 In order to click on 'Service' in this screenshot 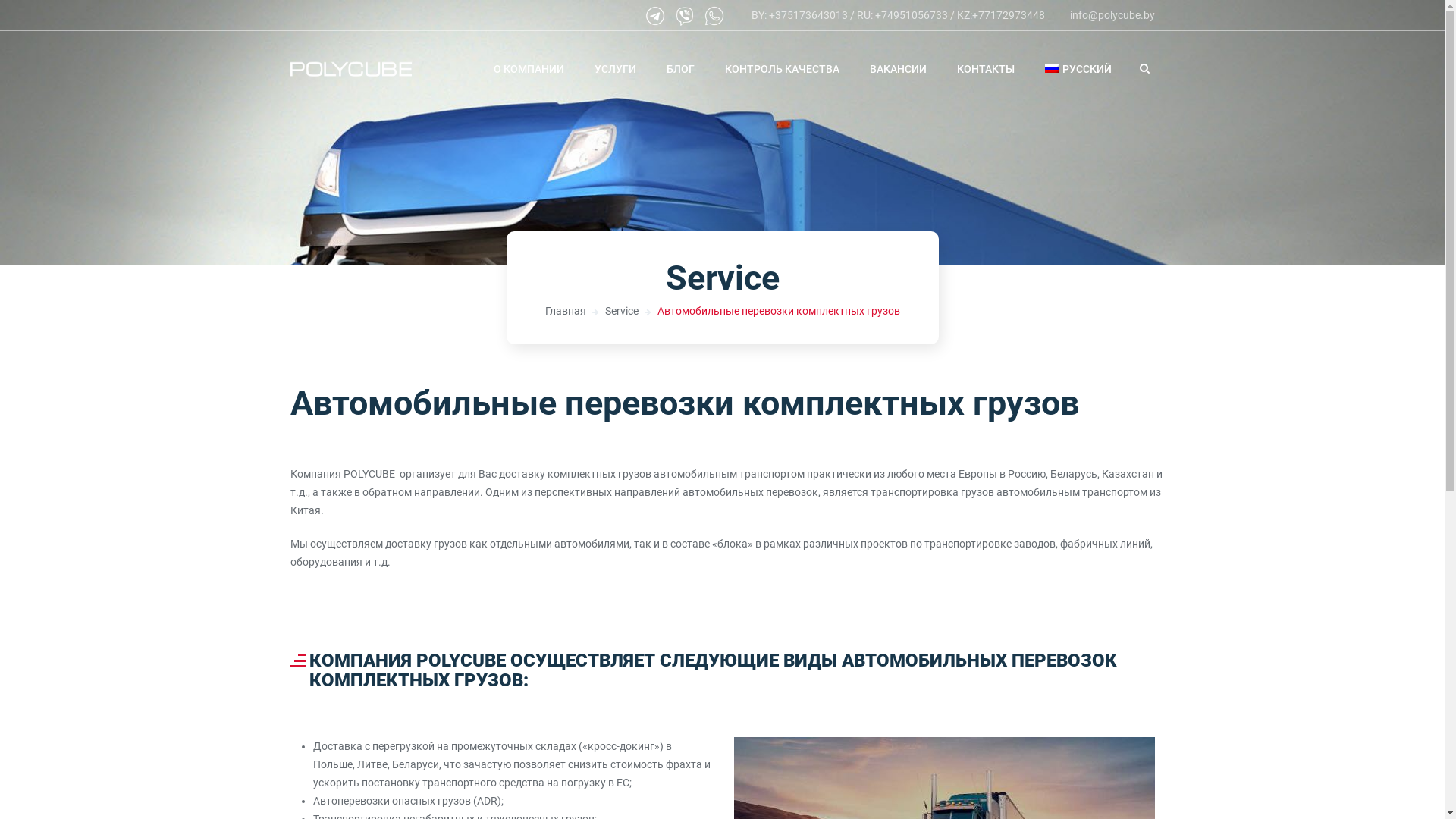, I will do `click(622, 309)`.